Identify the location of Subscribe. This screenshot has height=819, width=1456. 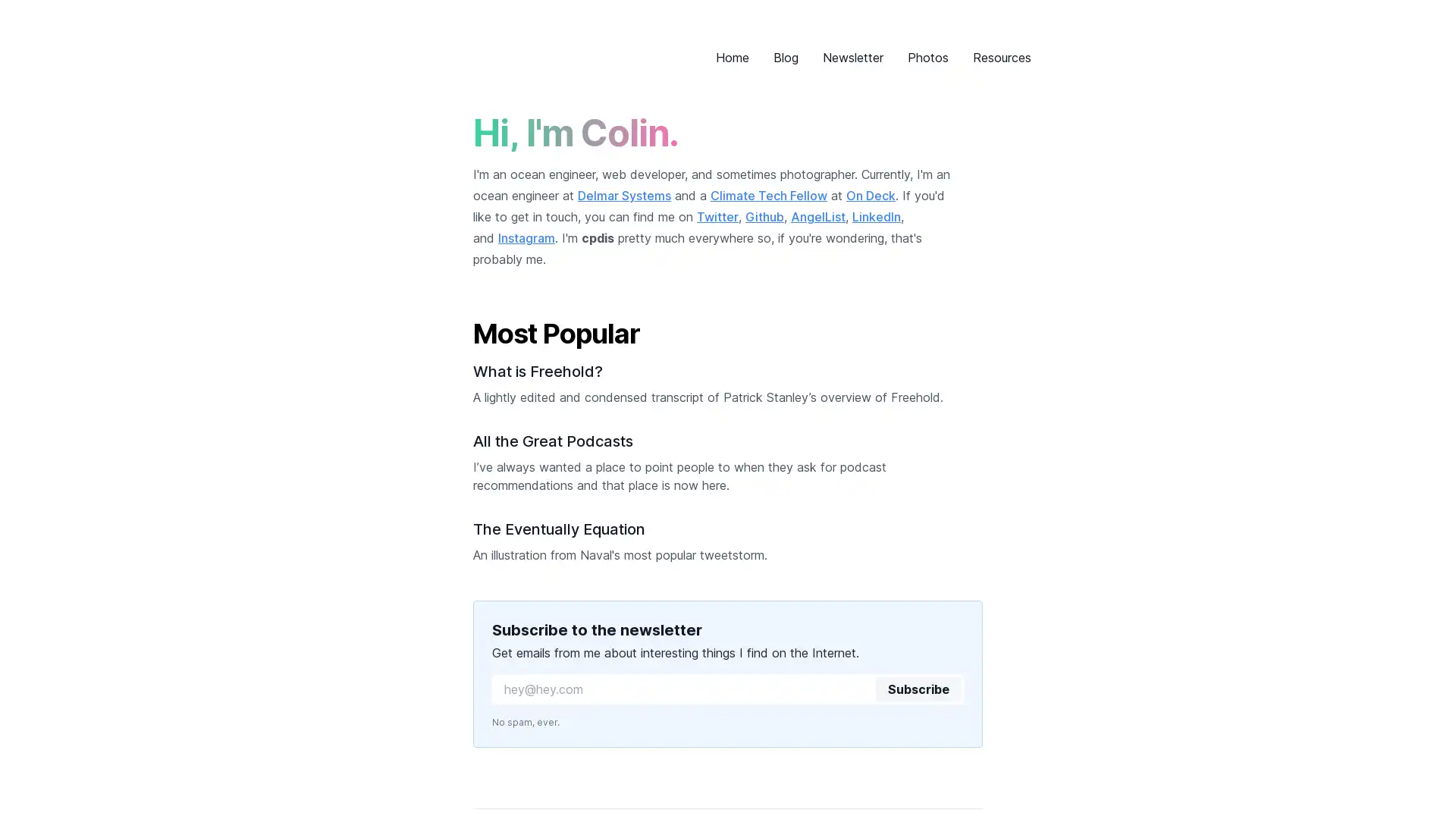
(917, 689).